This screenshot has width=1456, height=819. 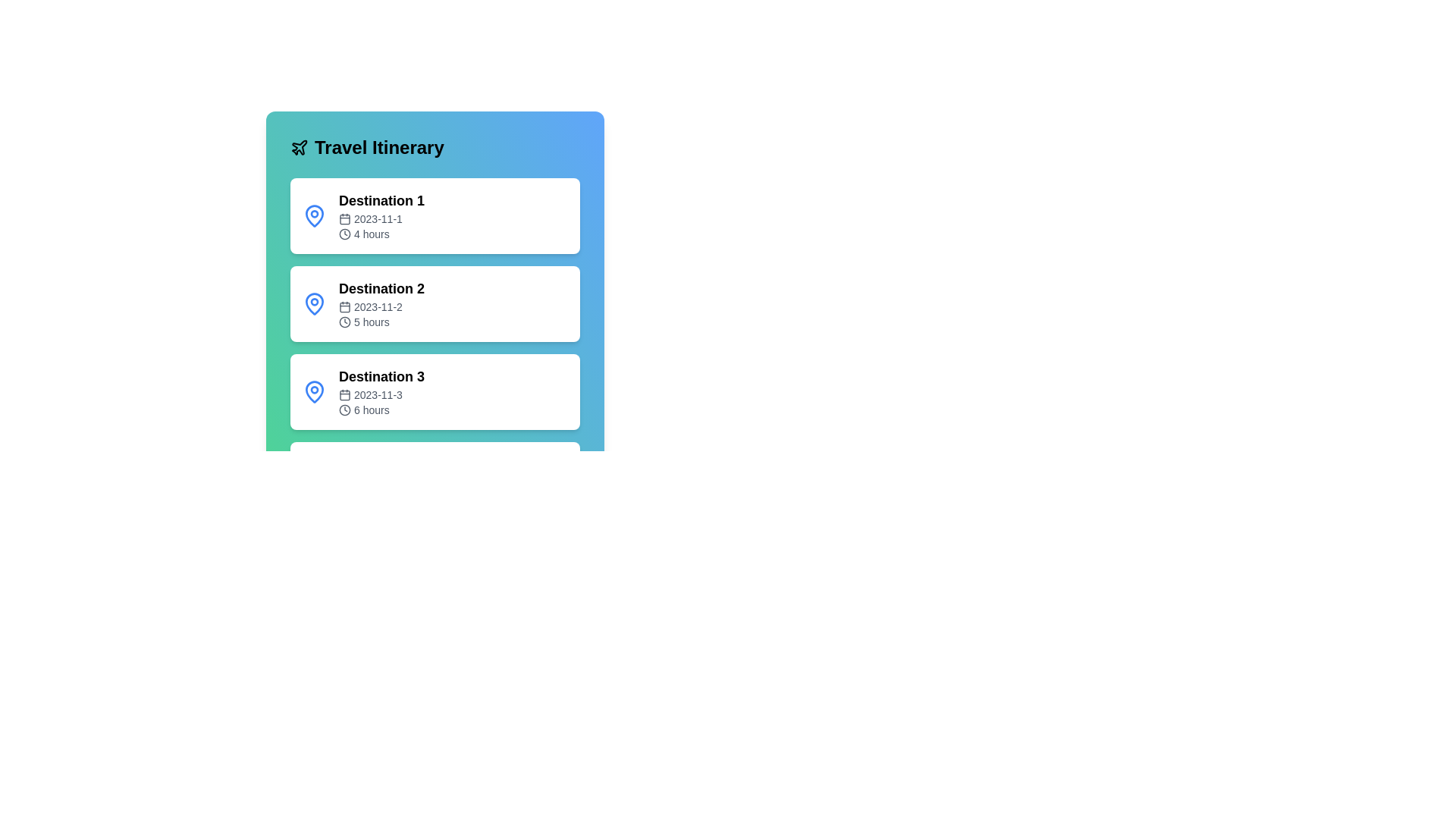 What do you see at coordinates (313, 215) in the screenshot?
I see `the blue outline of the location pin icon that is part of the topmost list item adjacent to the text 'Destination 1'` at bounding box center [313, 215].